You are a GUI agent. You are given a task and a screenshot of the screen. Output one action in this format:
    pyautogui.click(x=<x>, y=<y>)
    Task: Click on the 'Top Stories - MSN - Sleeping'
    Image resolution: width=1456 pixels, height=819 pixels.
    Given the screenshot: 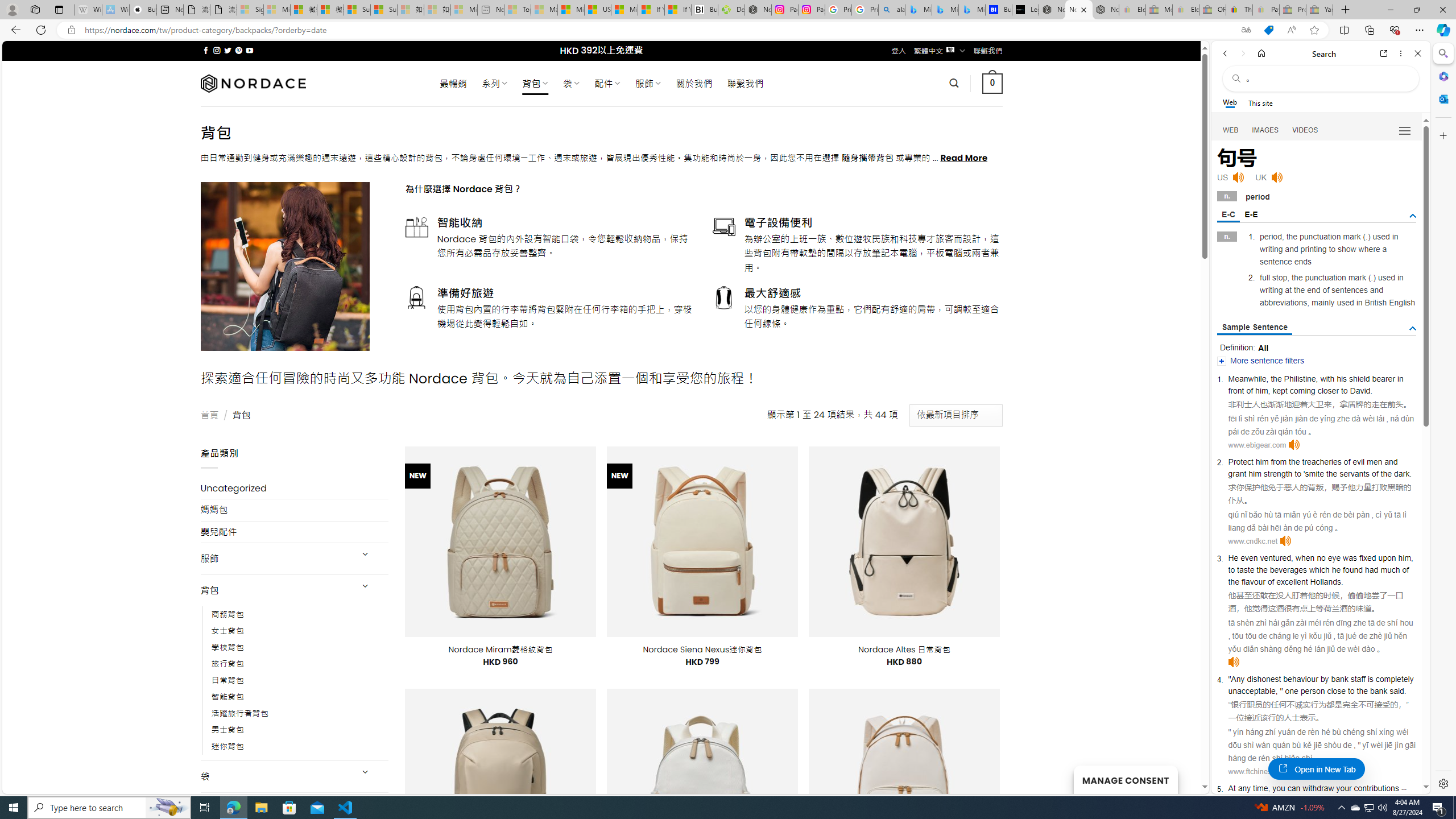 What is the action you would take?
    pyautogui.click(x=517, y=9)
    